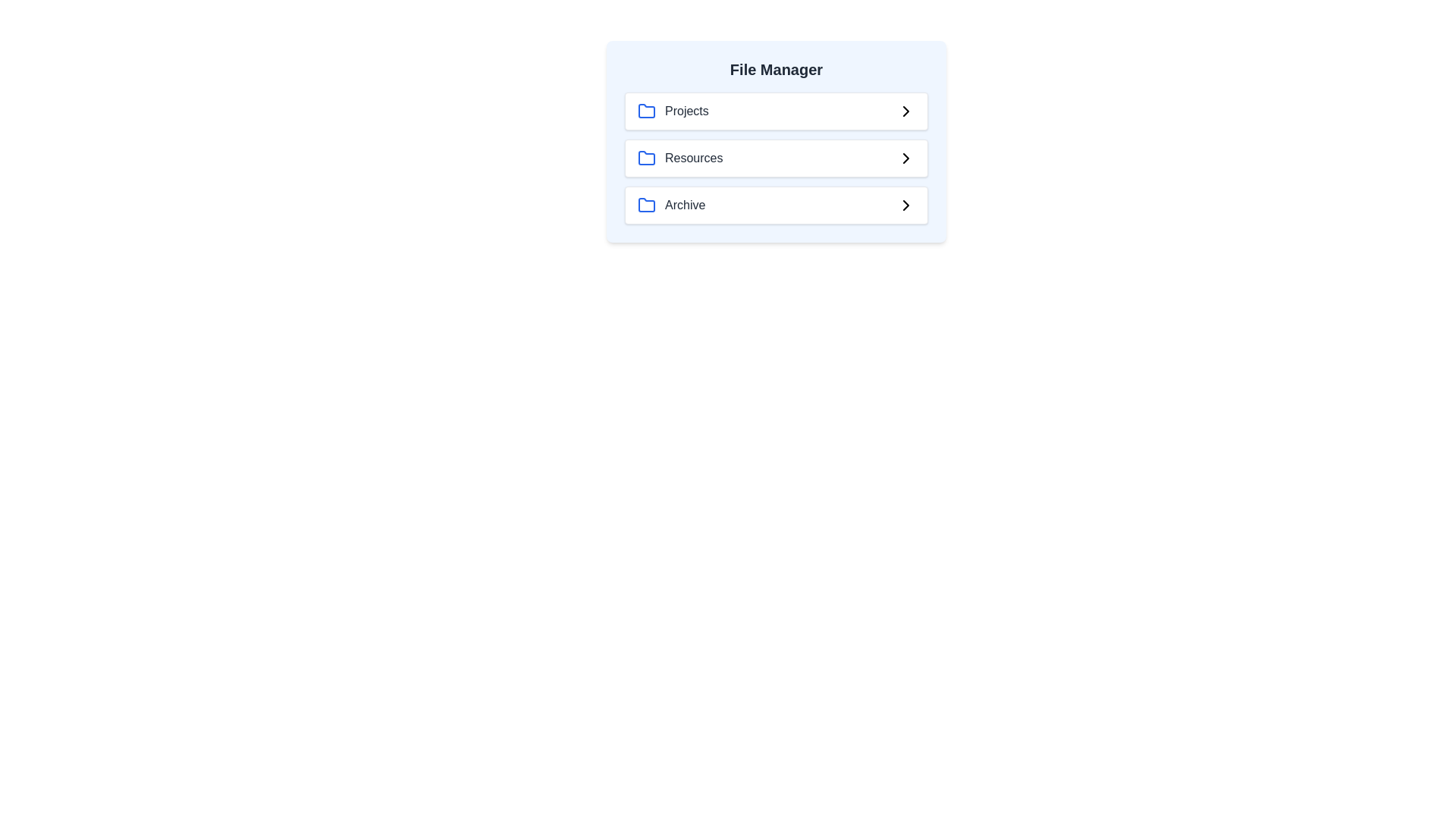  Describe the element at coordinates (776, 158) in the screenshot. I see `the 'Resources' button-like list item located in the 'File Manager' interface` at that location.